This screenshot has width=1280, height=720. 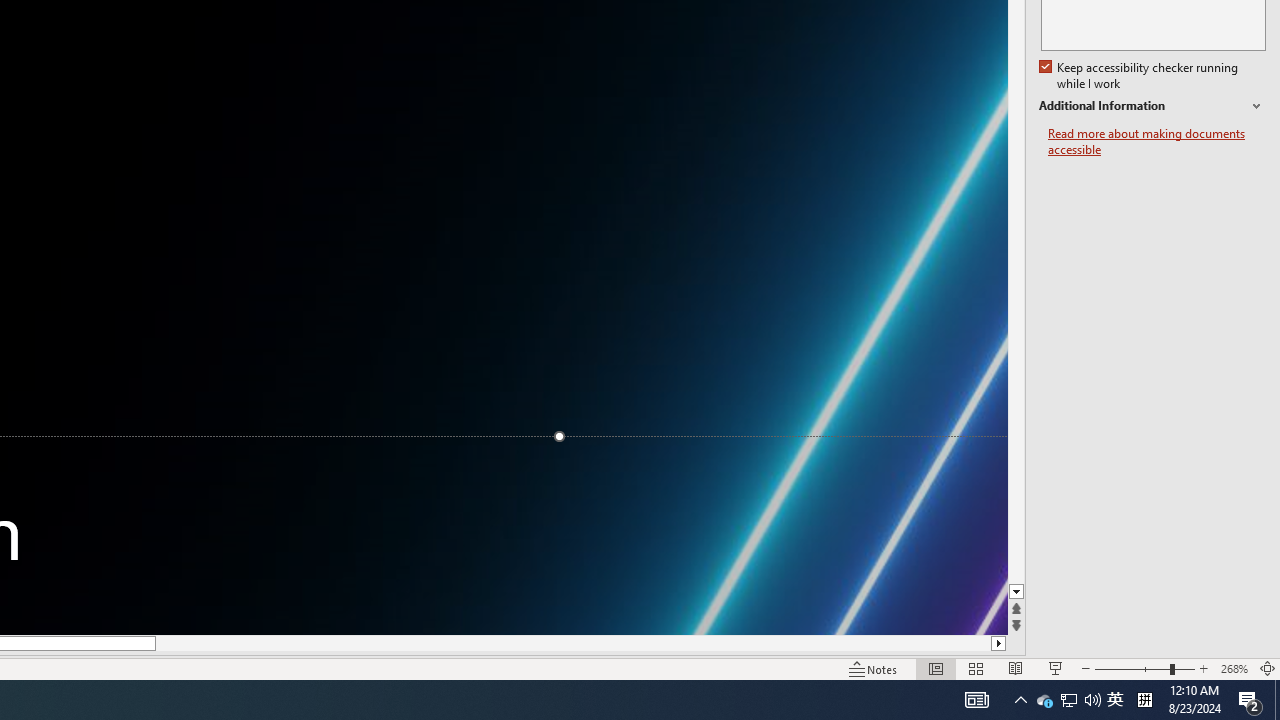 I want to click on 'Keep accessibility checker running while I work', so click(x=1140, y=75).